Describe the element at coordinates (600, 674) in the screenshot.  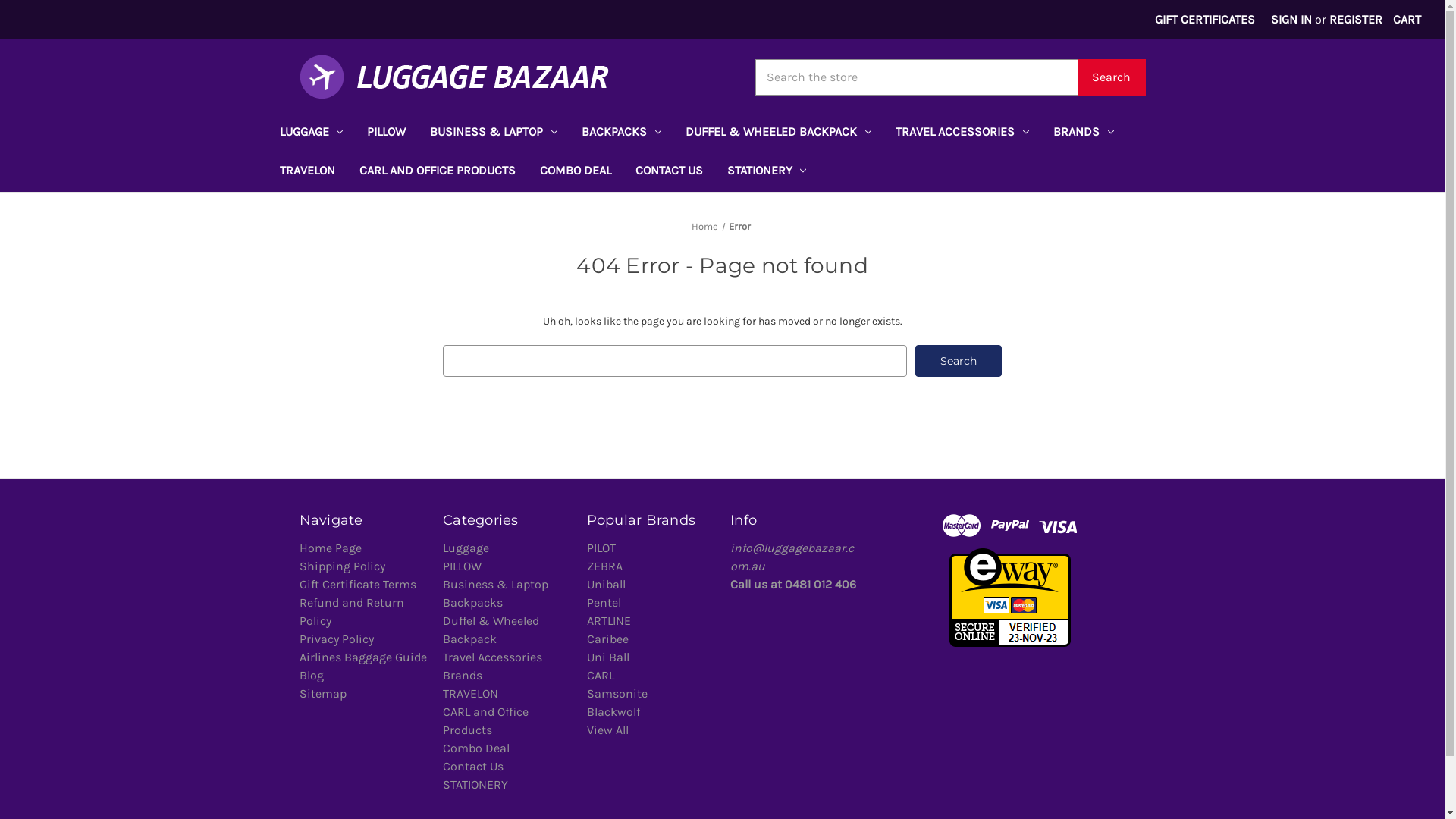
I see `'CARL'` at that location.